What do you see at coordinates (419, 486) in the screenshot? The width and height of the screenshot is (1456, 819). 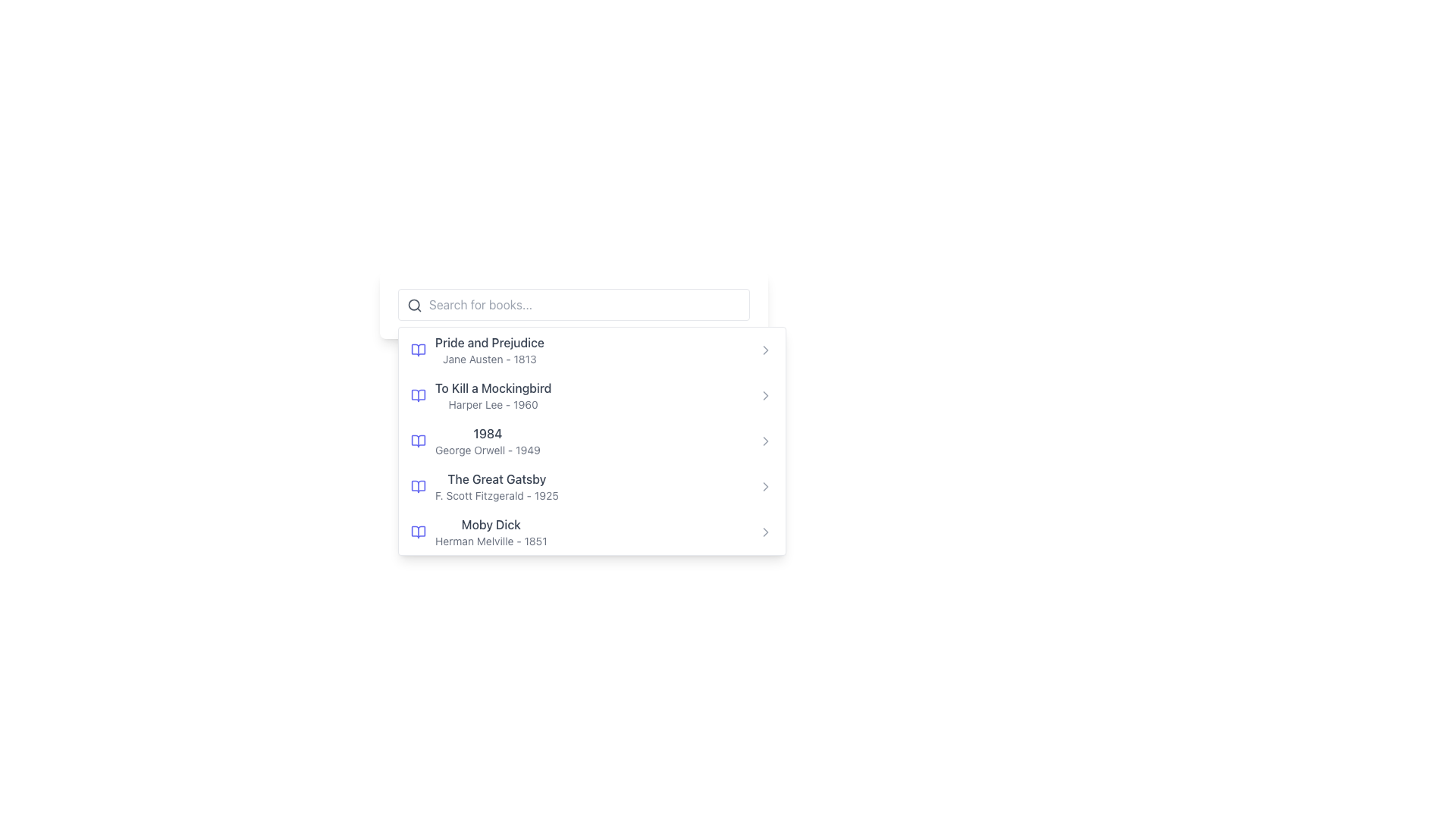 I see `the open book icon styled in blue-indigo, located to the left of the text block 'The Great Gatsby F. Scott Fitzgerald - 1925'` at bounding box center [419, 486].